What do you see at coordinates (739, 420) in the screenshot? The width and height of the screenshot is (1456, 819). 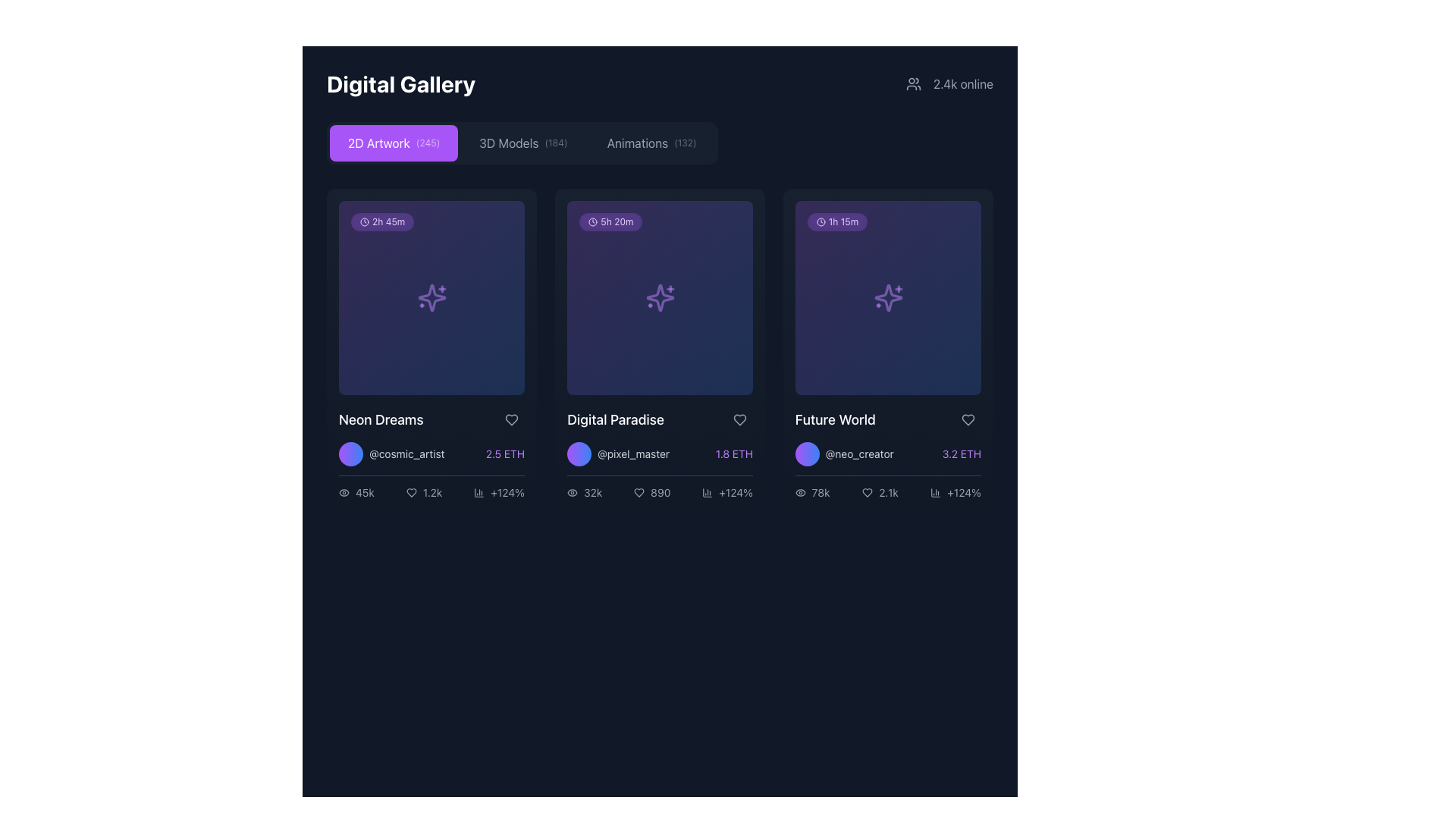 I see `the heart-shaped like button located at the bottom-right corner of the 'Digital Paradise' card to like the item` at bounding box center [739, 420].